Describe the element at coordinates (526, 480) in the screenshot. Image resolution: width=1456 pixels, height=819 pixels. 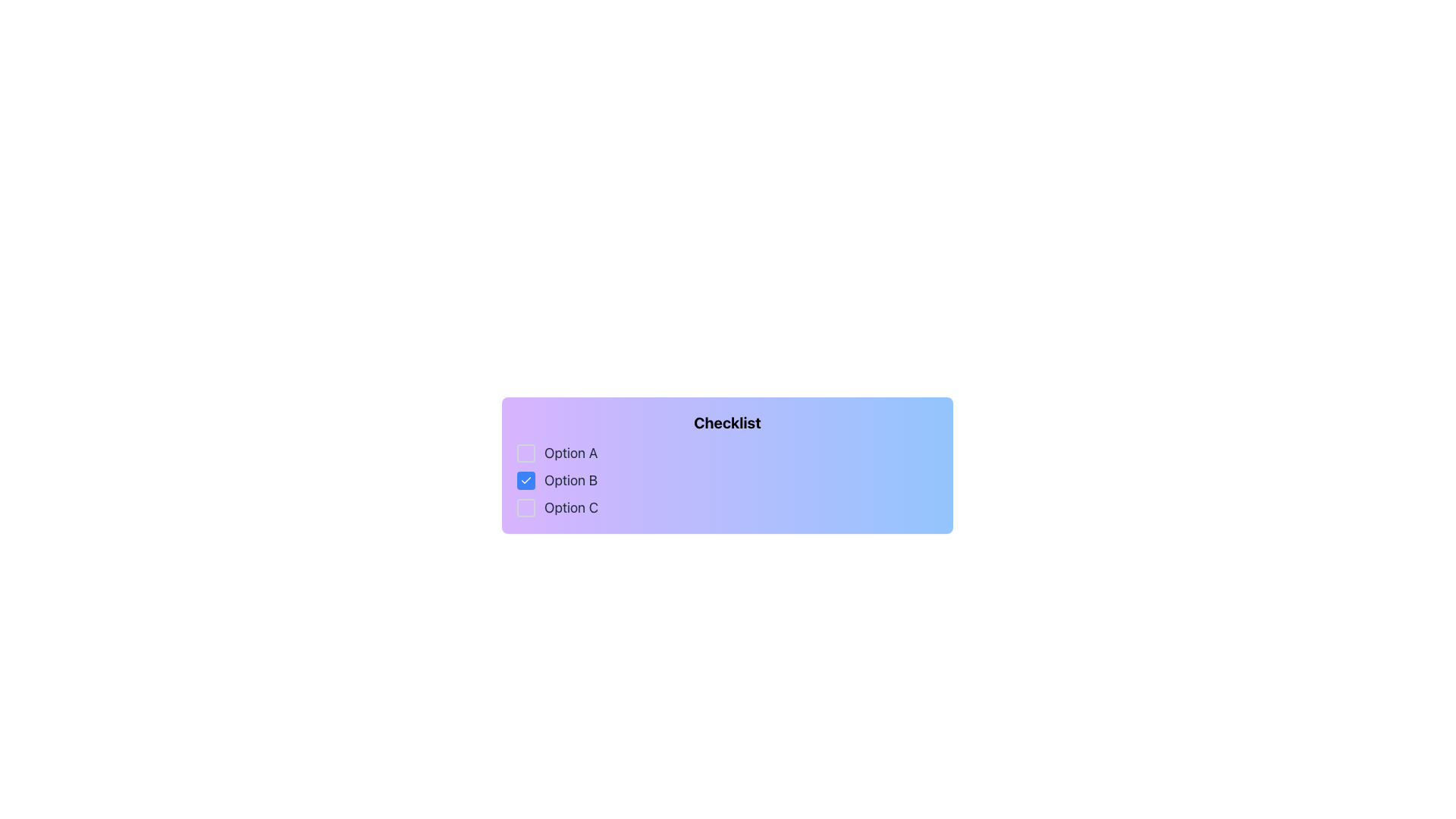
I see `the Checkmark icon in the checkbox associated with 'Option B', which visually indicates that this option is selected in the checklist` at that location.